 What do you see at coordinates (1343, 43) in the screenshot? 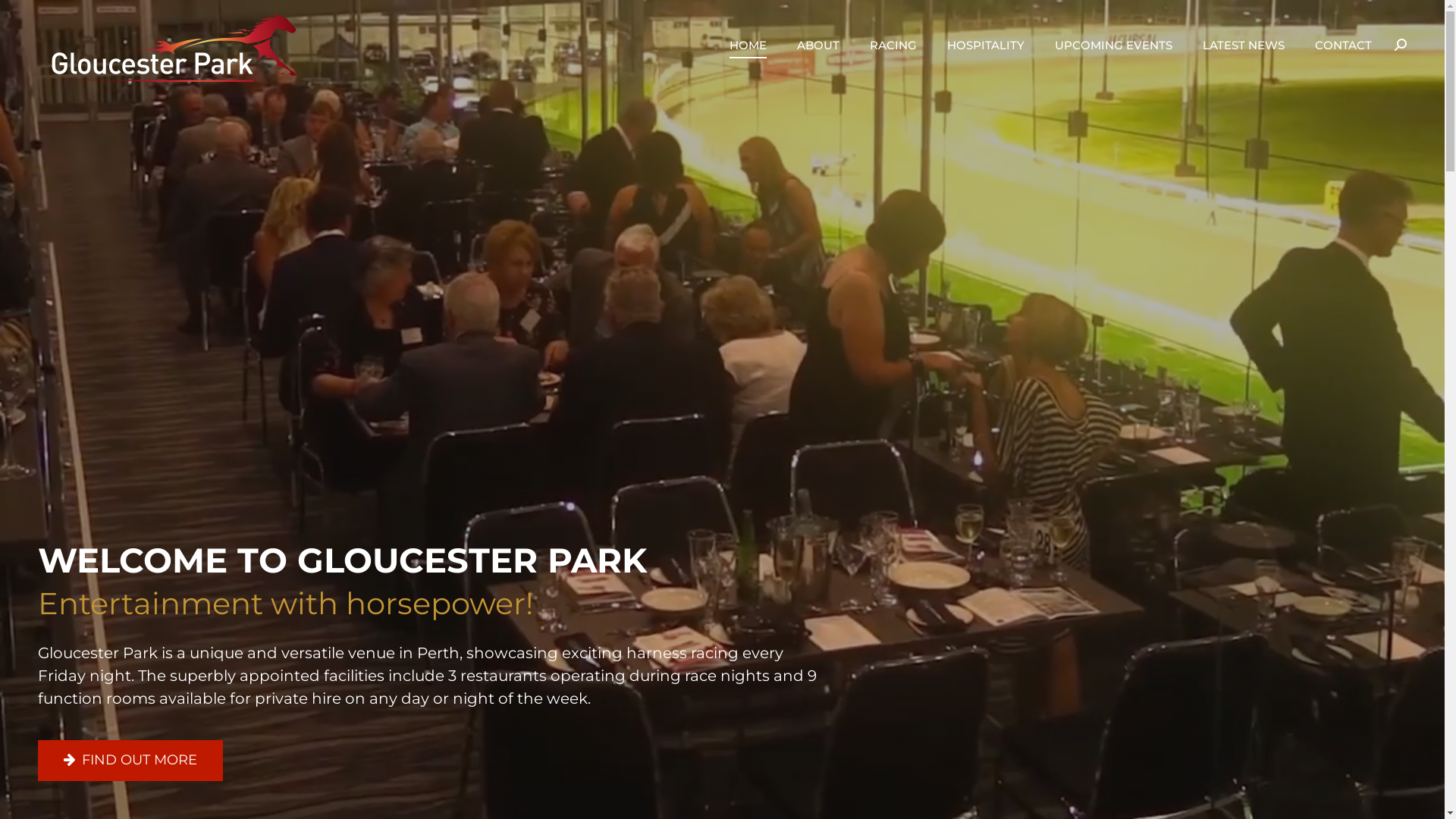
I see `'CONTACT'` at bounding box center [1343, 43].